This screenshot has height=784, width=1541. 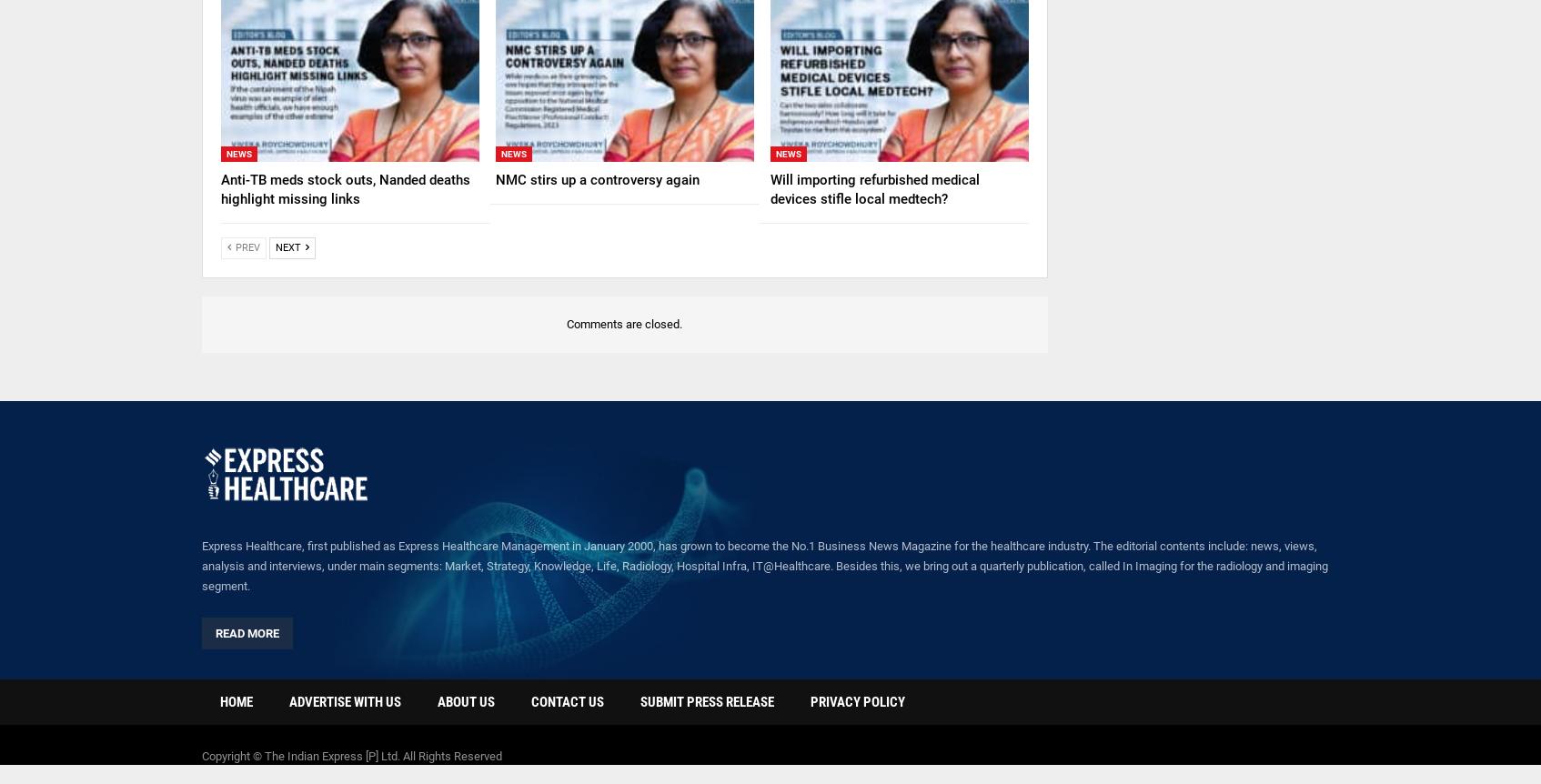 I want to click on 'Will importing refurbished medical devices stifle local medtech?', so click(x=874, y=188).